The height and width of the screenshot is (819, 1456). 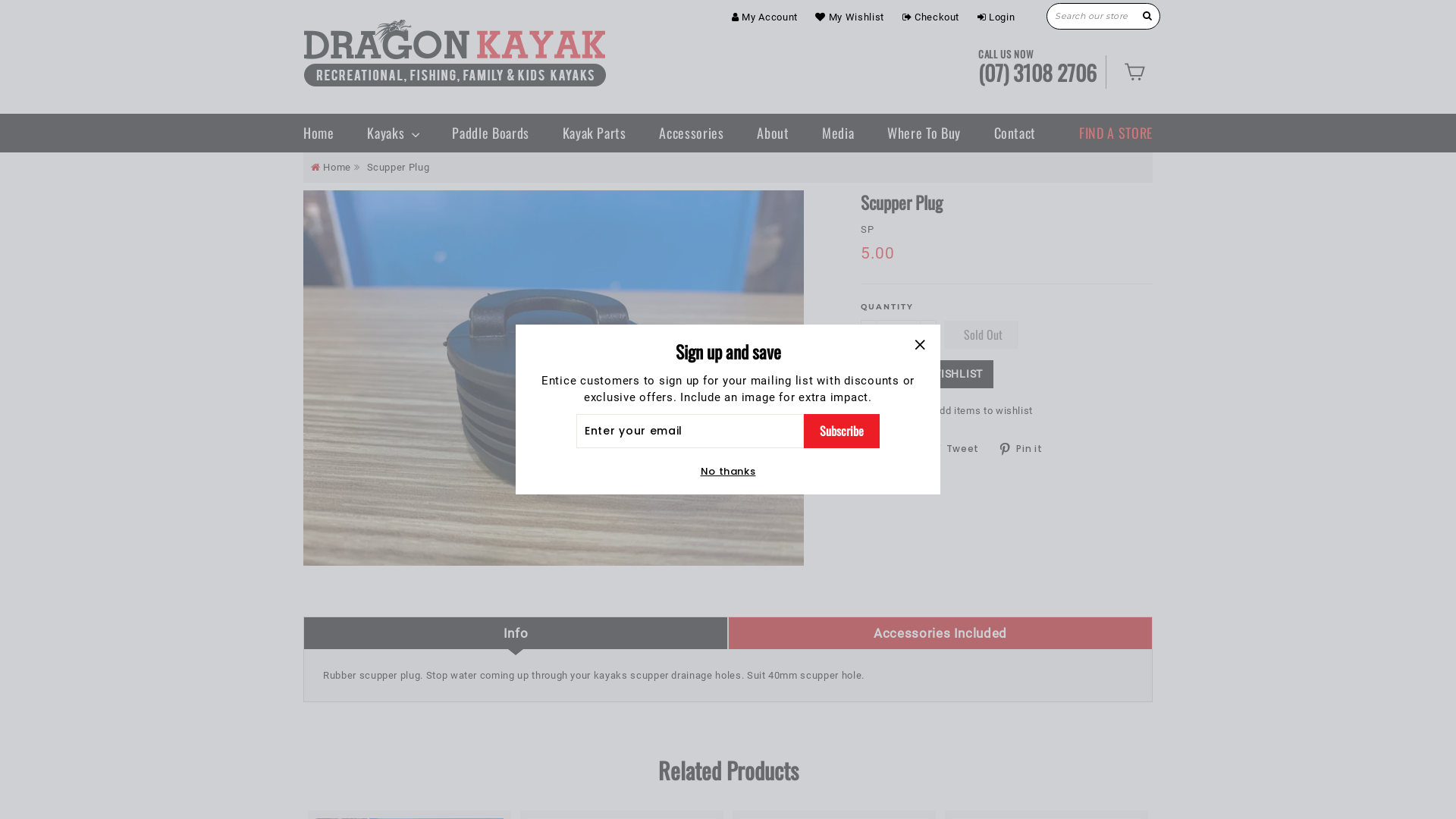 I want to click on 'My Wishlist, so click(x=848, y=17).